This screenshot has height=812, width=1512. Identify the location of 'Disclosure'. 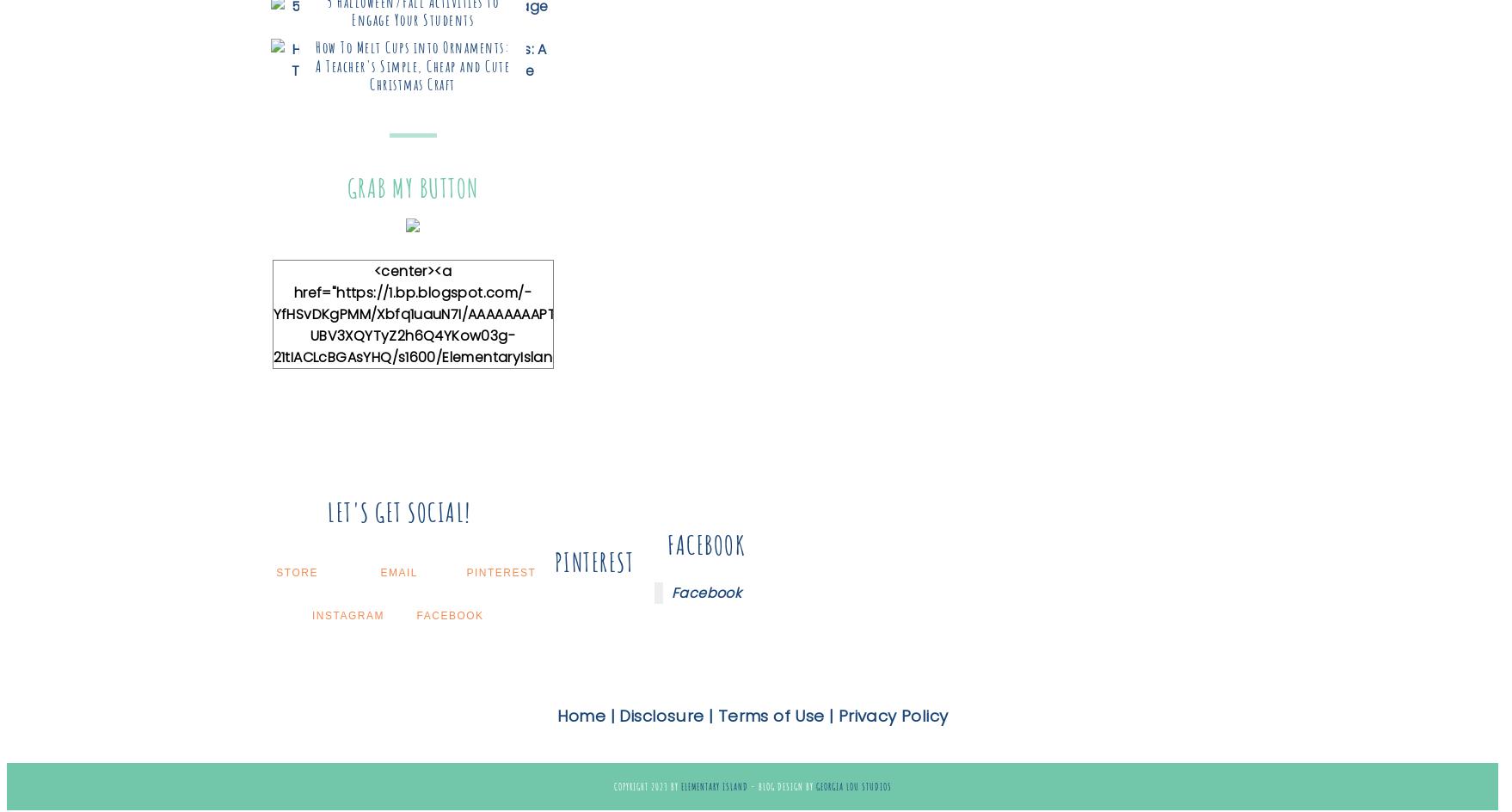
(660, 716).